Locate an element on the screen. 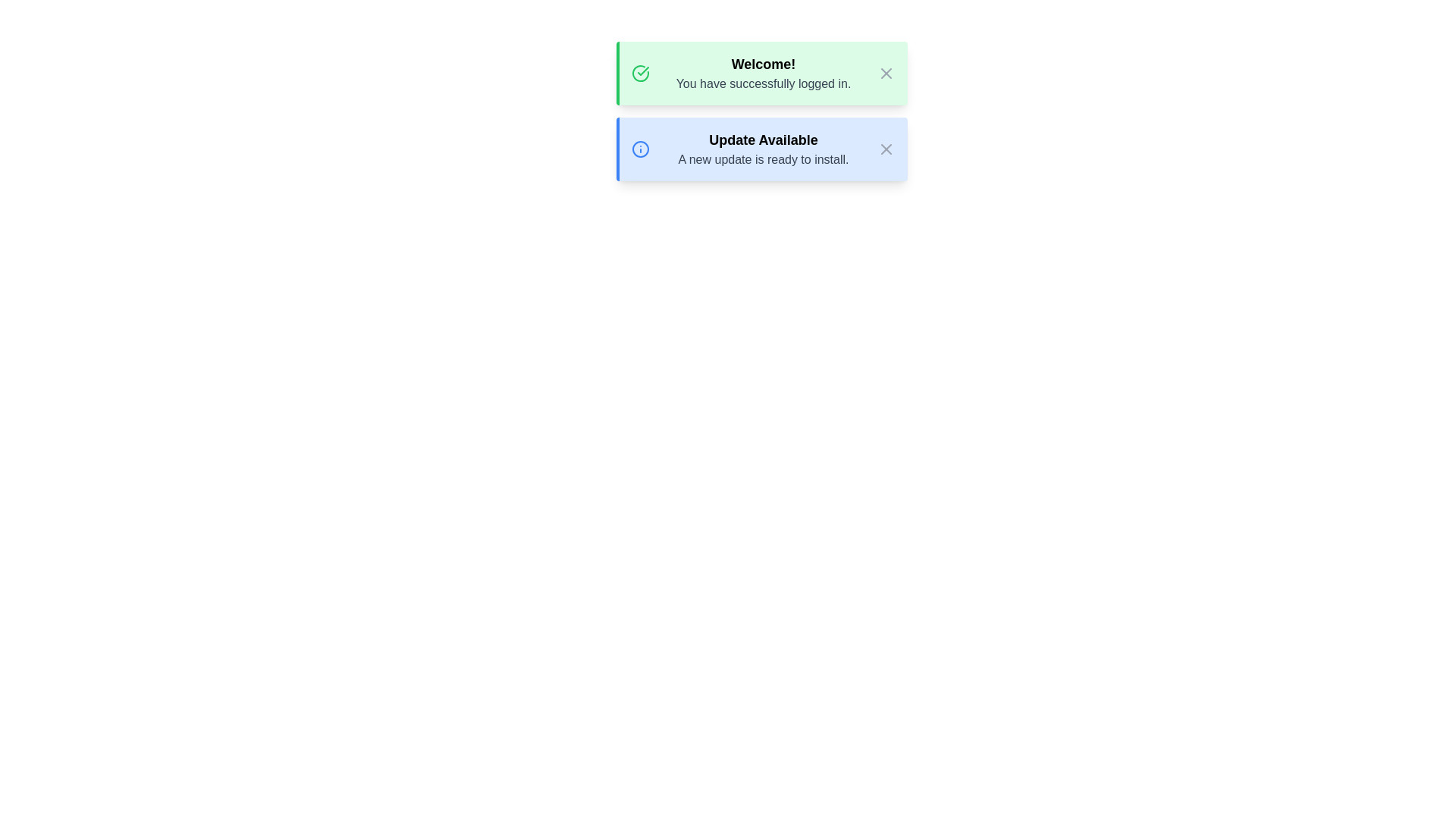 The height and width of the screenshot is (819, 1456). the dismiss button located in the top-right corner of the green notification card displaying the message 'Welcome! You have successfully logged in.' to observe the styling change is located at coordinates (886, 73).